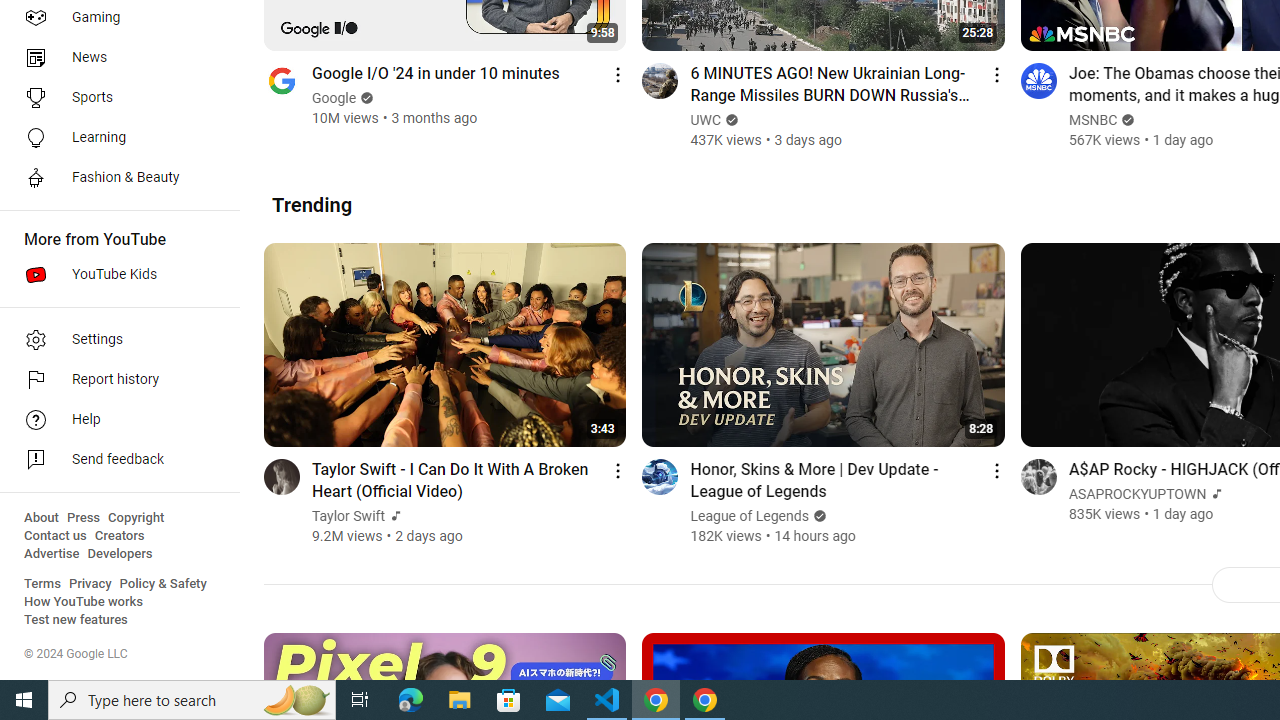  What do you see at coordinates (311, 204) in the screenshot?
I see `'Trending'` at bounding box center [311, 204].